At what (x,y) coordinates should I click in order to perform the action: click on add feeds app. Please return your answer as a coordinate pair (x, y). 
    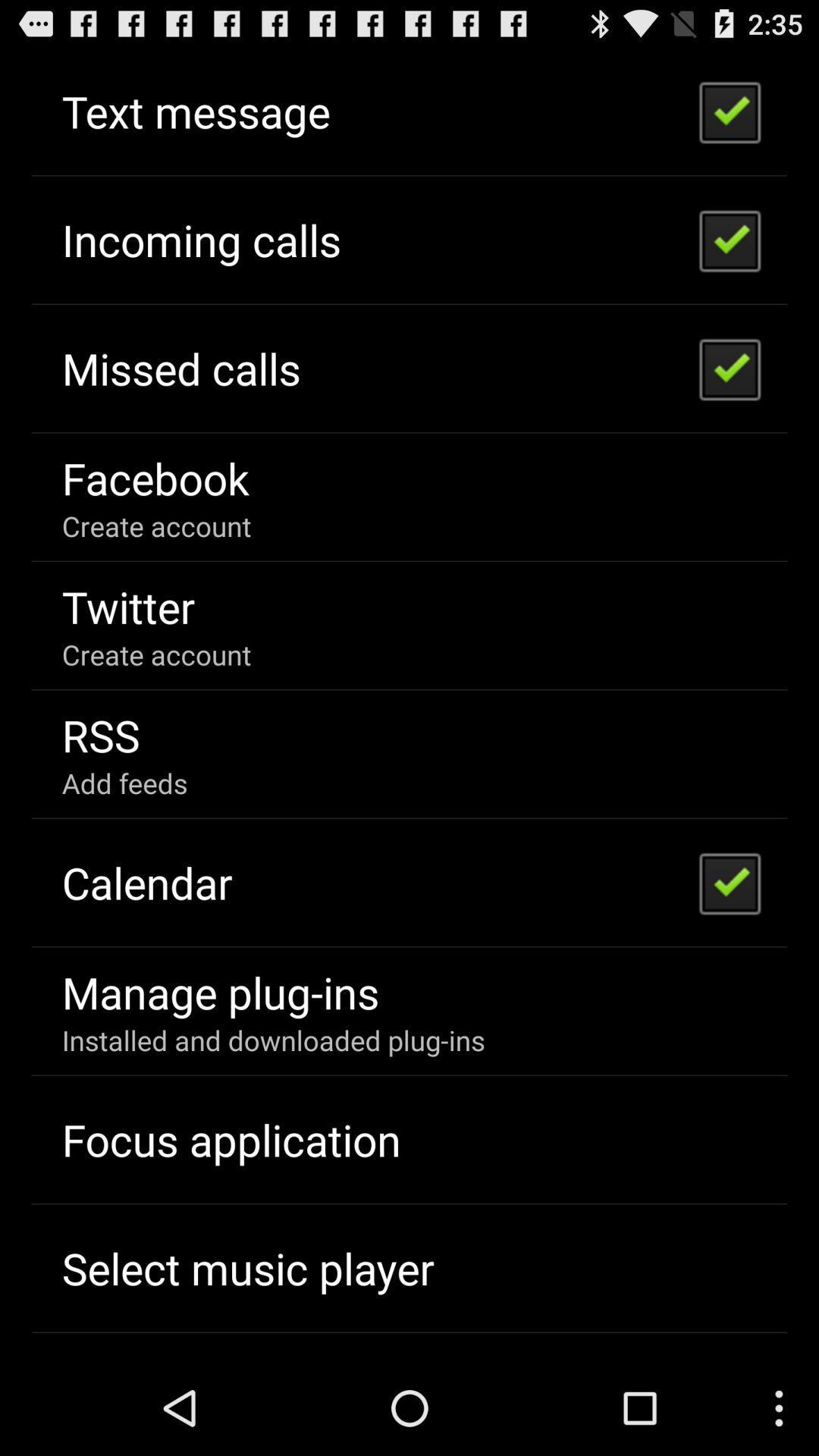
    Looking at the image, I should click on (124, 783).